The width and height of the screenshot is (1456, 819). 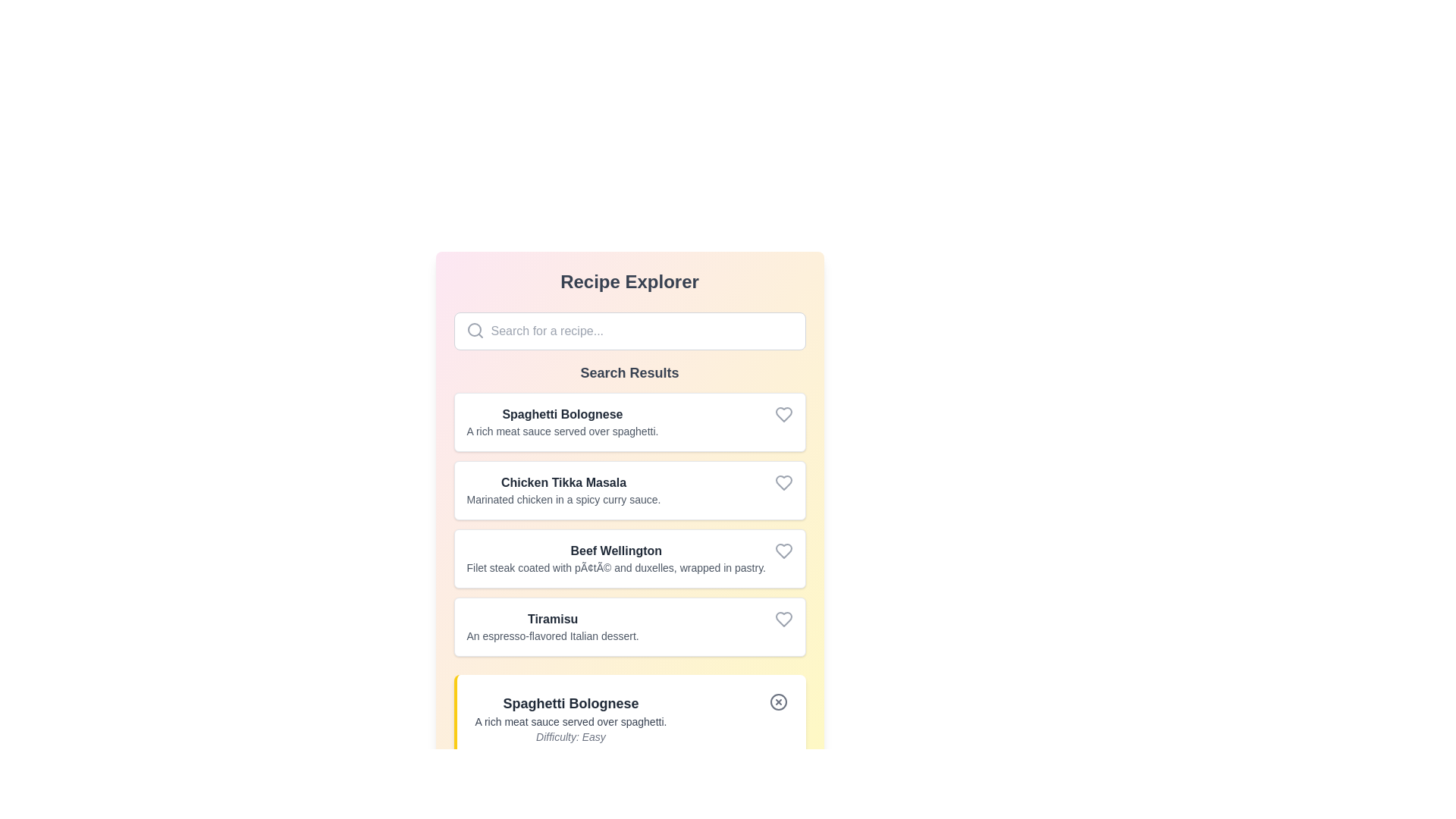 I want to click on the recipe title text label located in the fourth entry of the 'Search Results' section, positioned above the descriptive text, so click(x=552, y=620).